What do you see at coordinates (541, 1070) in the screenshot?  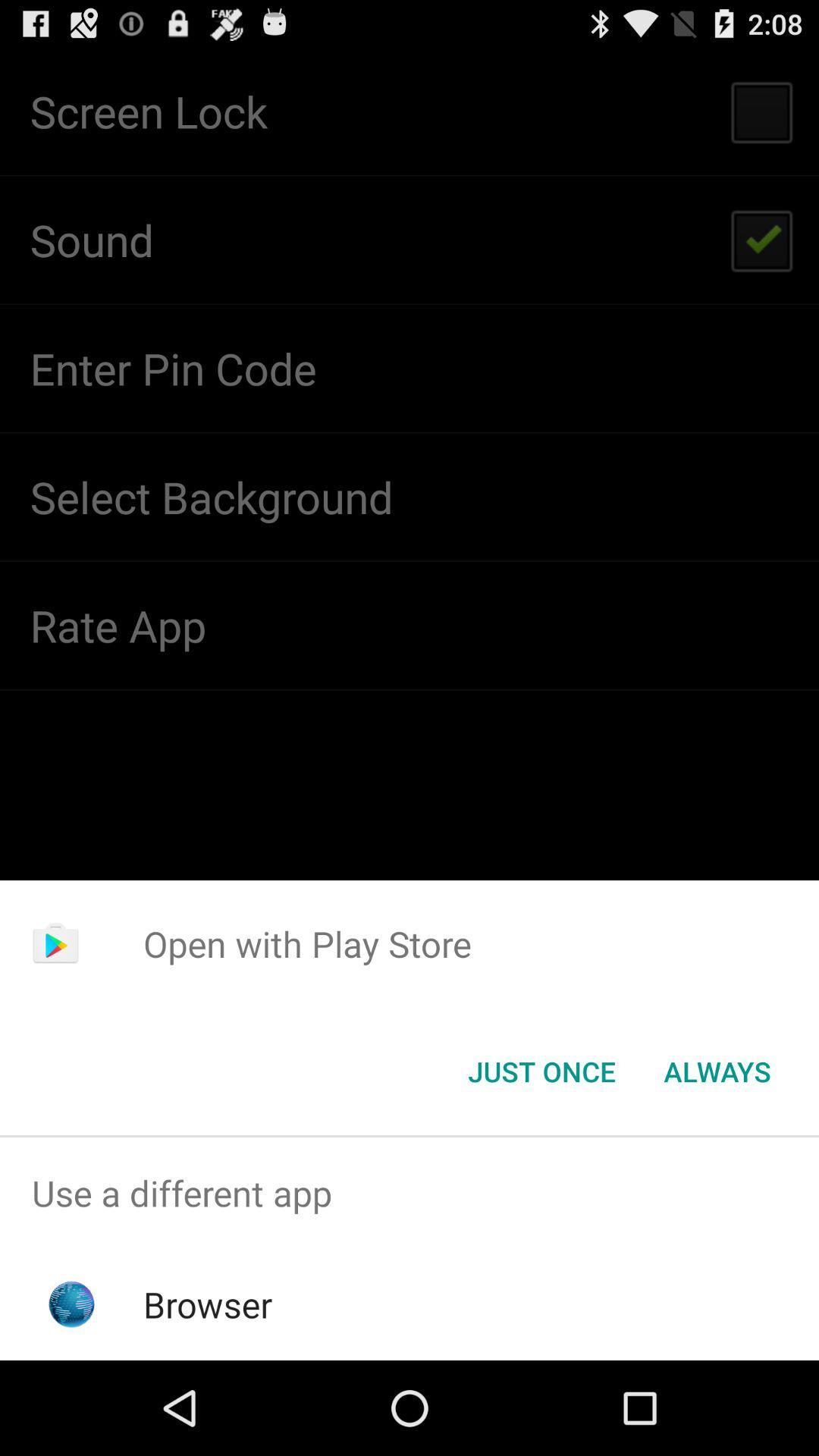 I see `the icon next to the always button` at bounding box center [541, 1070].